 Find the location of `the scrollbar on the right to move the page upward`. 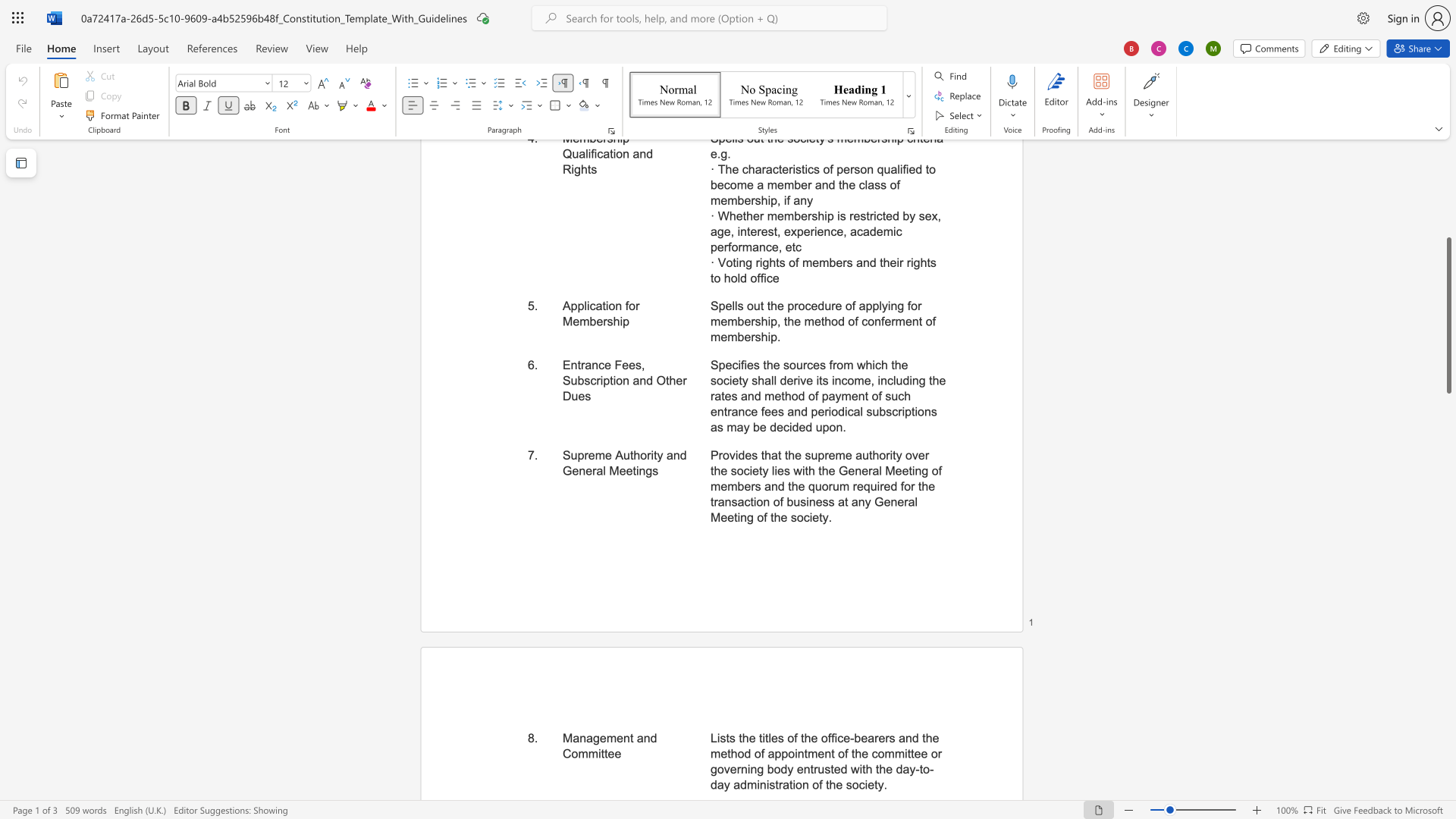

the scrollbar on the right to move the page upward is located at coordinates (1448, 249).